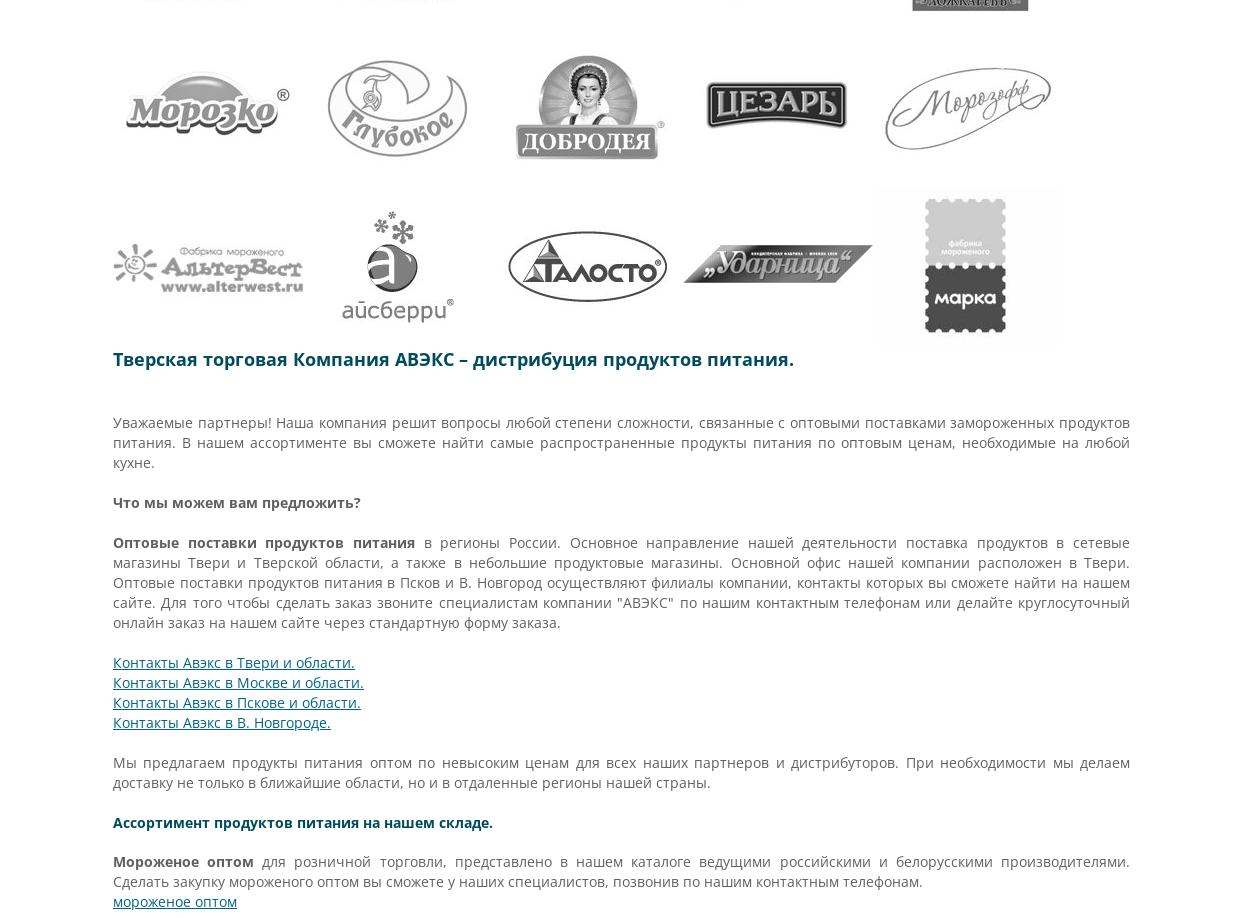 The image size is (1250, 918). What do you see at coordinates (111, 772) in the screenshot?
I see `'Мы предлагаем продукты питания оптом по невысоким ценам для всех наших партнеров и дистрибуторов. При необходимости мы делаем доставку не только в ближайшие области, но и в отдаленные регионы нашей страны.'` at bounding box center [111, 772].